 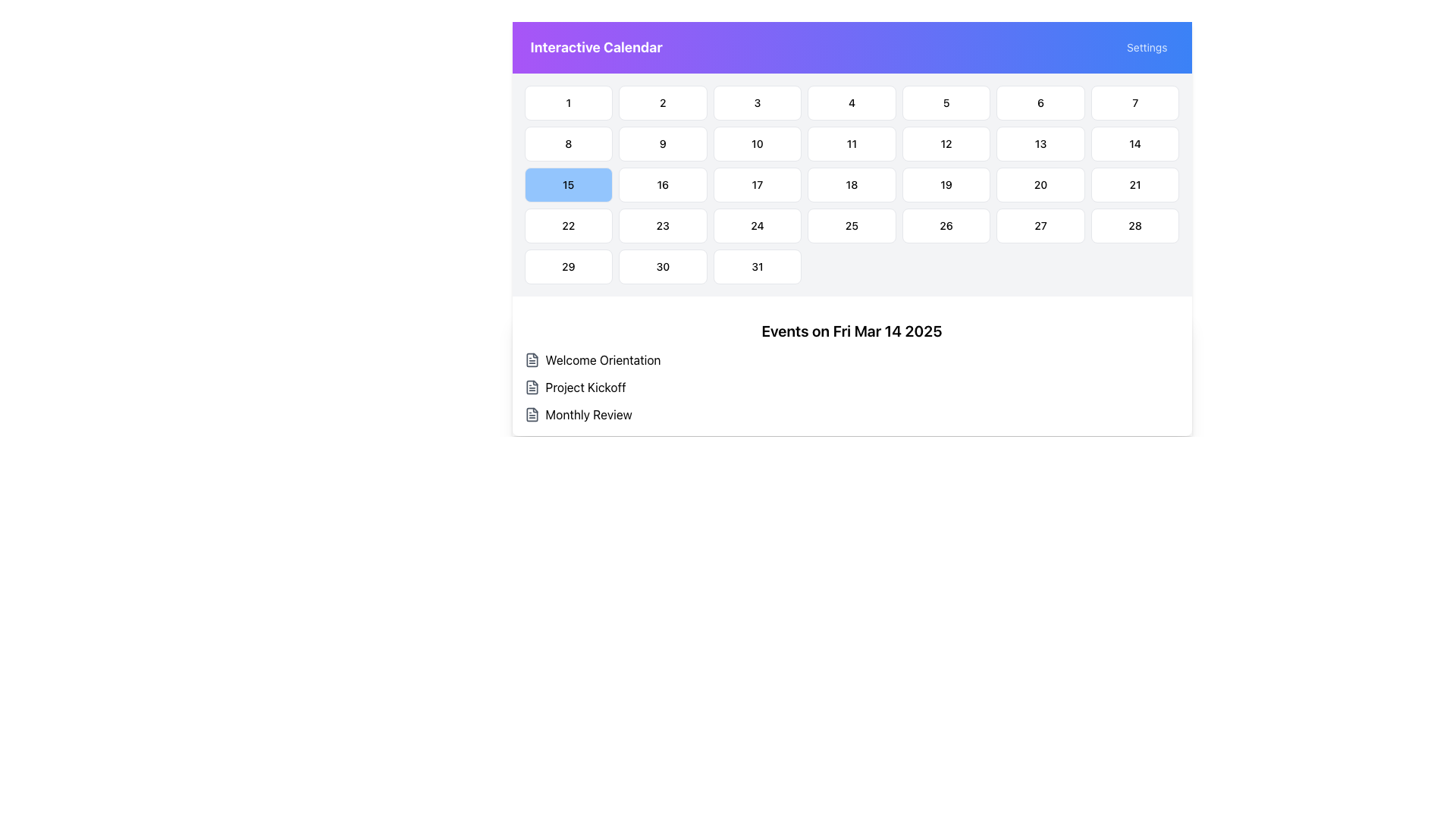 What do you see at coordinates (1040, 184) in the screenshot?
I see `the calendar day cell displaying the text '20', located in the fourth row and third column of the grid layout` at bounding box center [1040, 184].